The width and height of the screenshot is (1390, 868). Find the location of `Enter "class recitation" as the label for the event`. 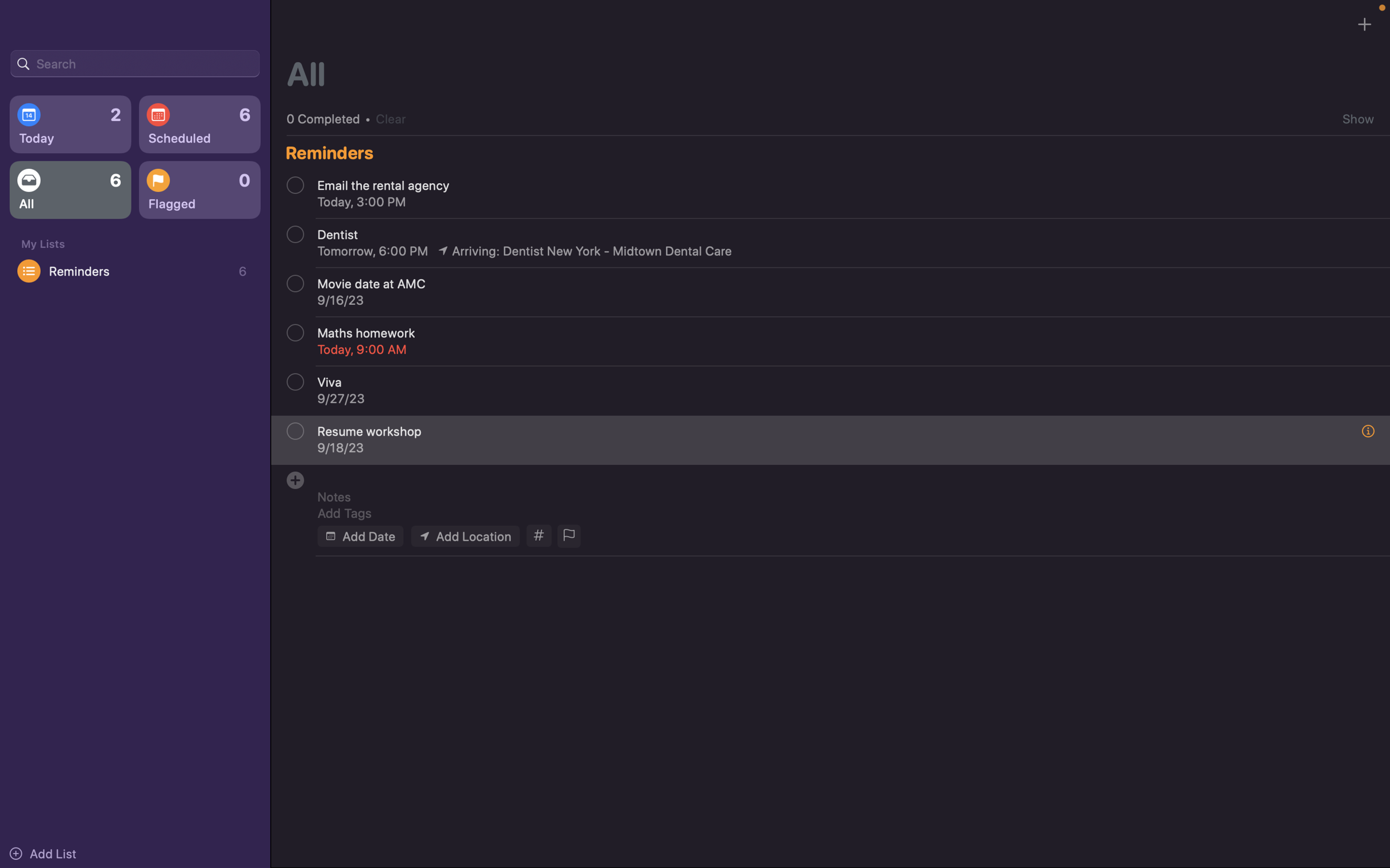

Enter "class recitation" as the label for the event is located at coordinates (836, 476).